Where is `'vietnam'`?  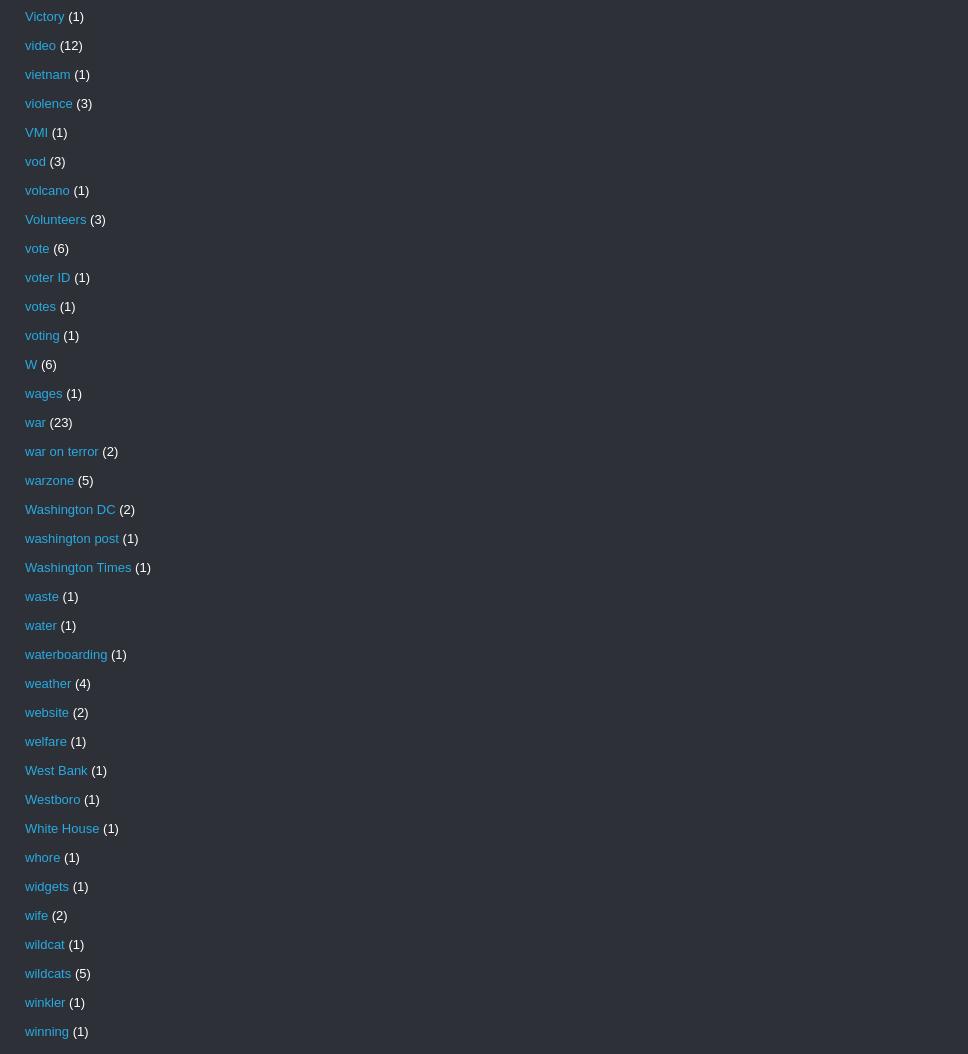
'vietnam' is located at coordinates (46, 73).